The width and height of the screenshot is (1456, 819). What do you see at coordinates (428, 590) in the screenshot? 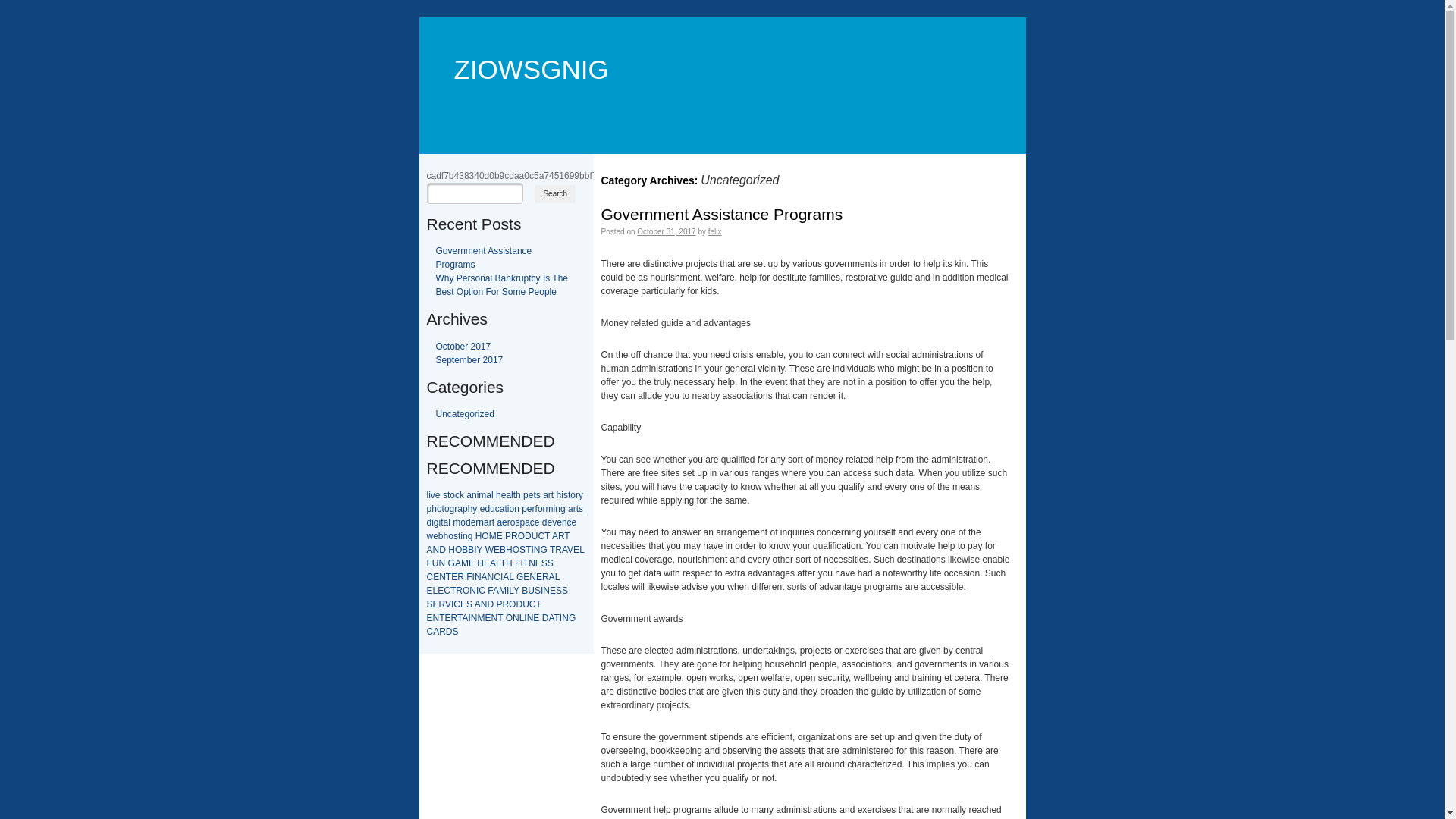
I see `'E'` at bounding box center [428, 590].